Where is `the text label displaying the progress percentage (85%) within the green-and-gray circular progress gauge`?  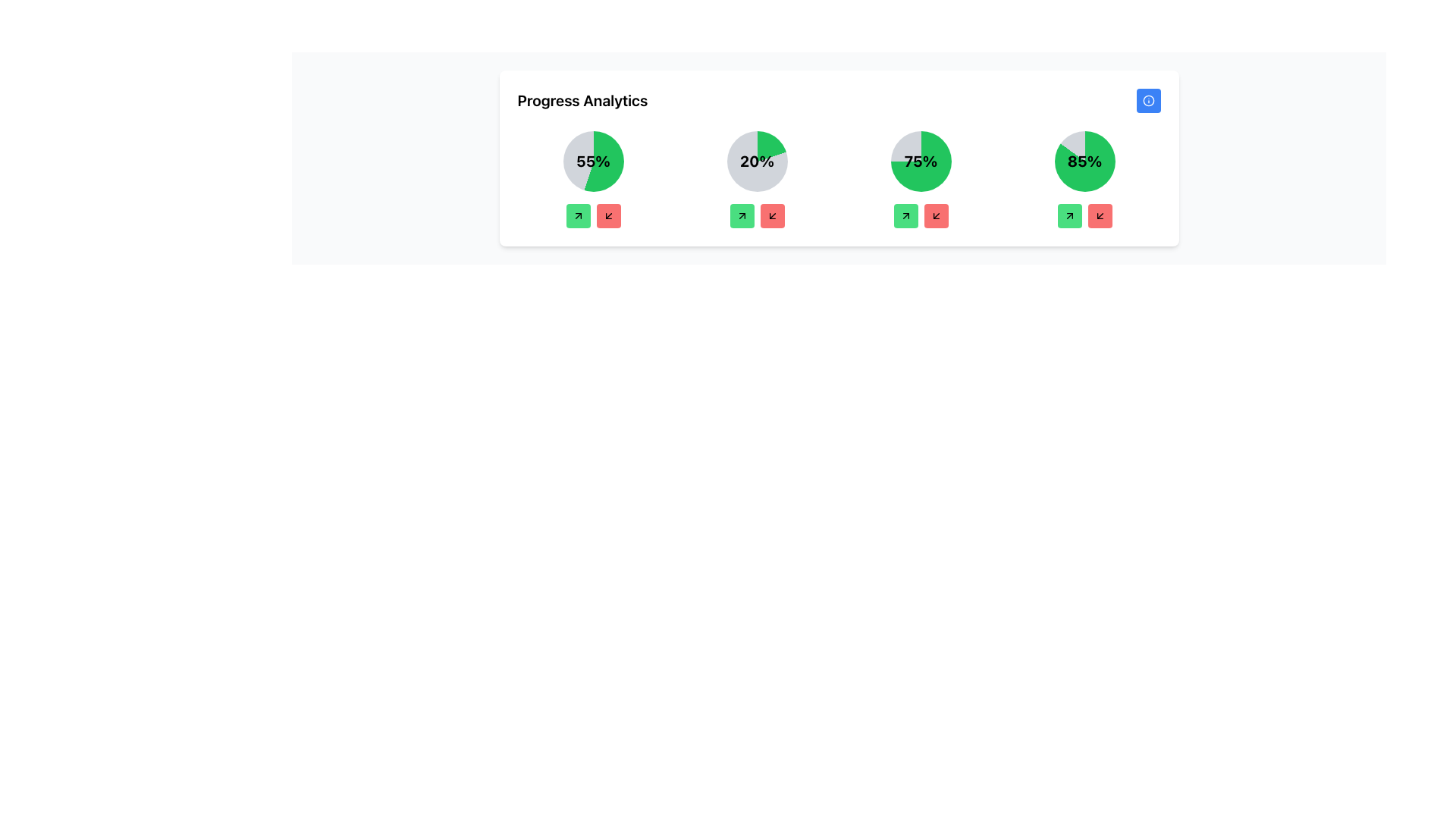
the text label displaying the progress percentage (85%) within the green-and-gray circular progress gauge is located at coordinates (1084, 161).